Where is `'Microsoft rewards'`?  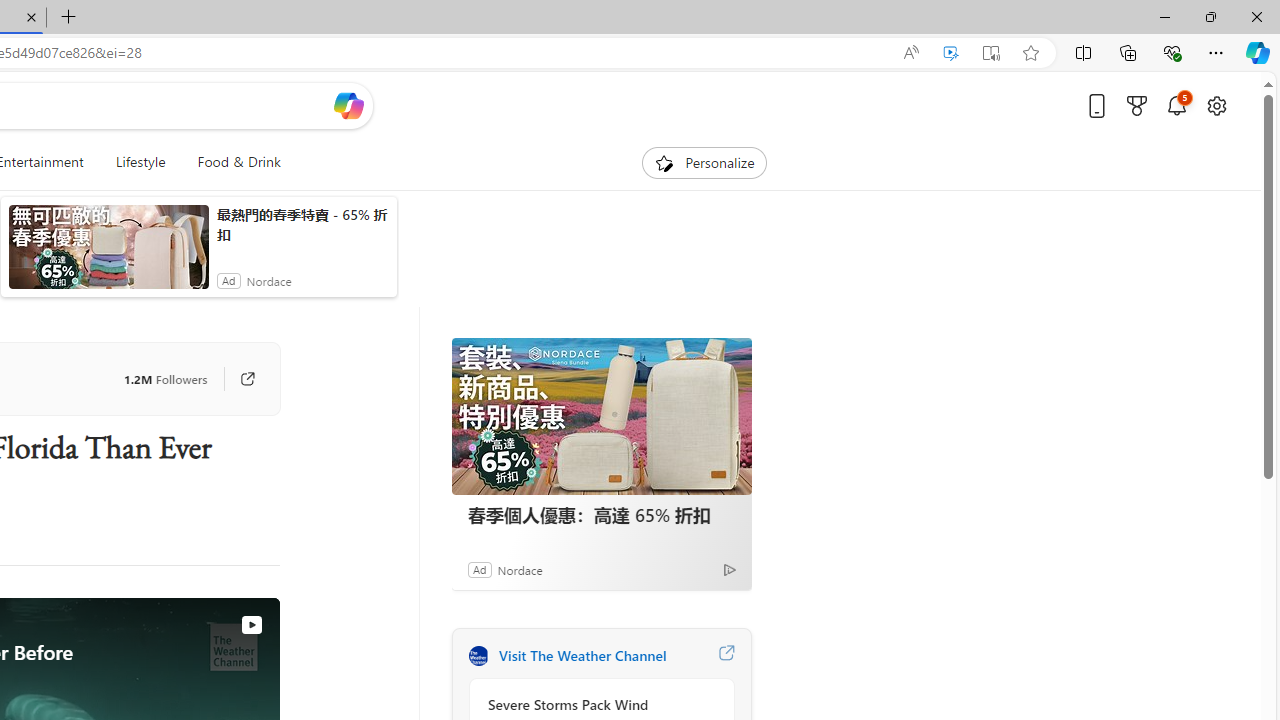
'Microsoft rewards' is located at coordinates (1137, 105).